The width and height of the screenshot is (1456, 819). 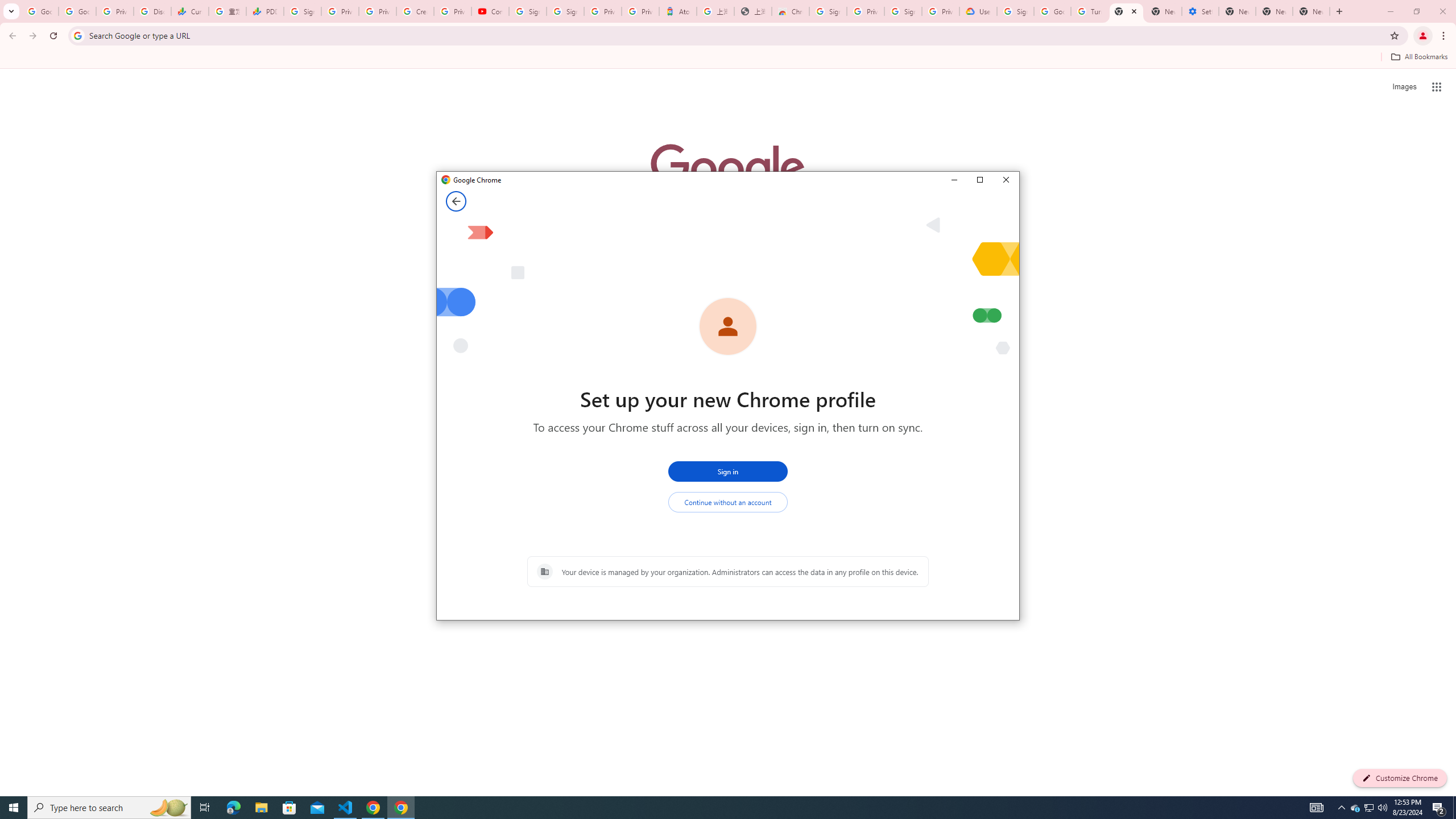 What do you see at coordinates (14, 806) in the screenshot?
I see `'Start'` at bounding box center [14, 806].